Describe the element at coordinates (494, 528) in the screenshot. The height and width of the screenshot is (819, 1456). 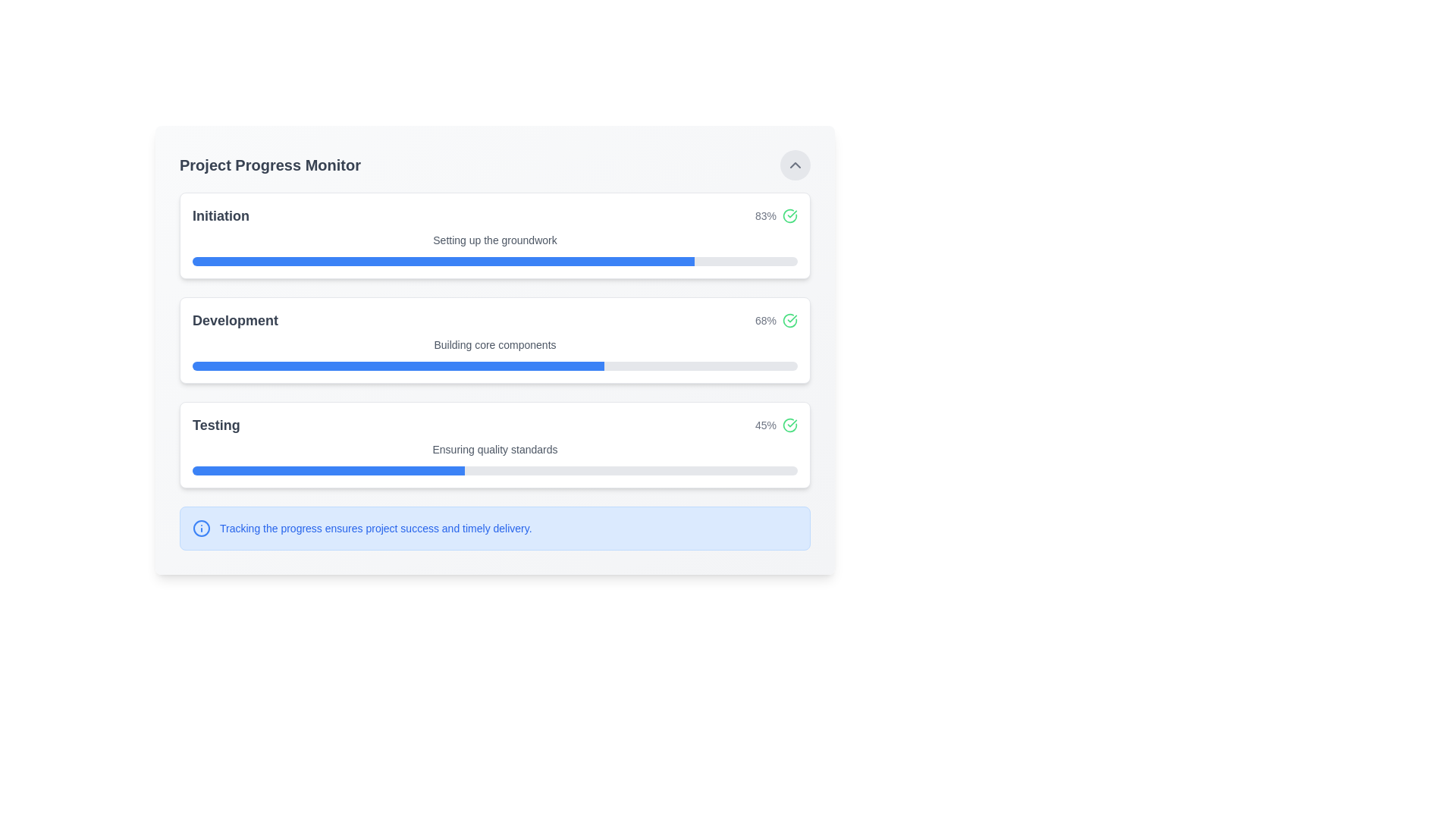
I see `the light blue Information Box containing the text 'Tracking the progress ensures project success and timely delivery.' located at the bottom of the interface` at that location.